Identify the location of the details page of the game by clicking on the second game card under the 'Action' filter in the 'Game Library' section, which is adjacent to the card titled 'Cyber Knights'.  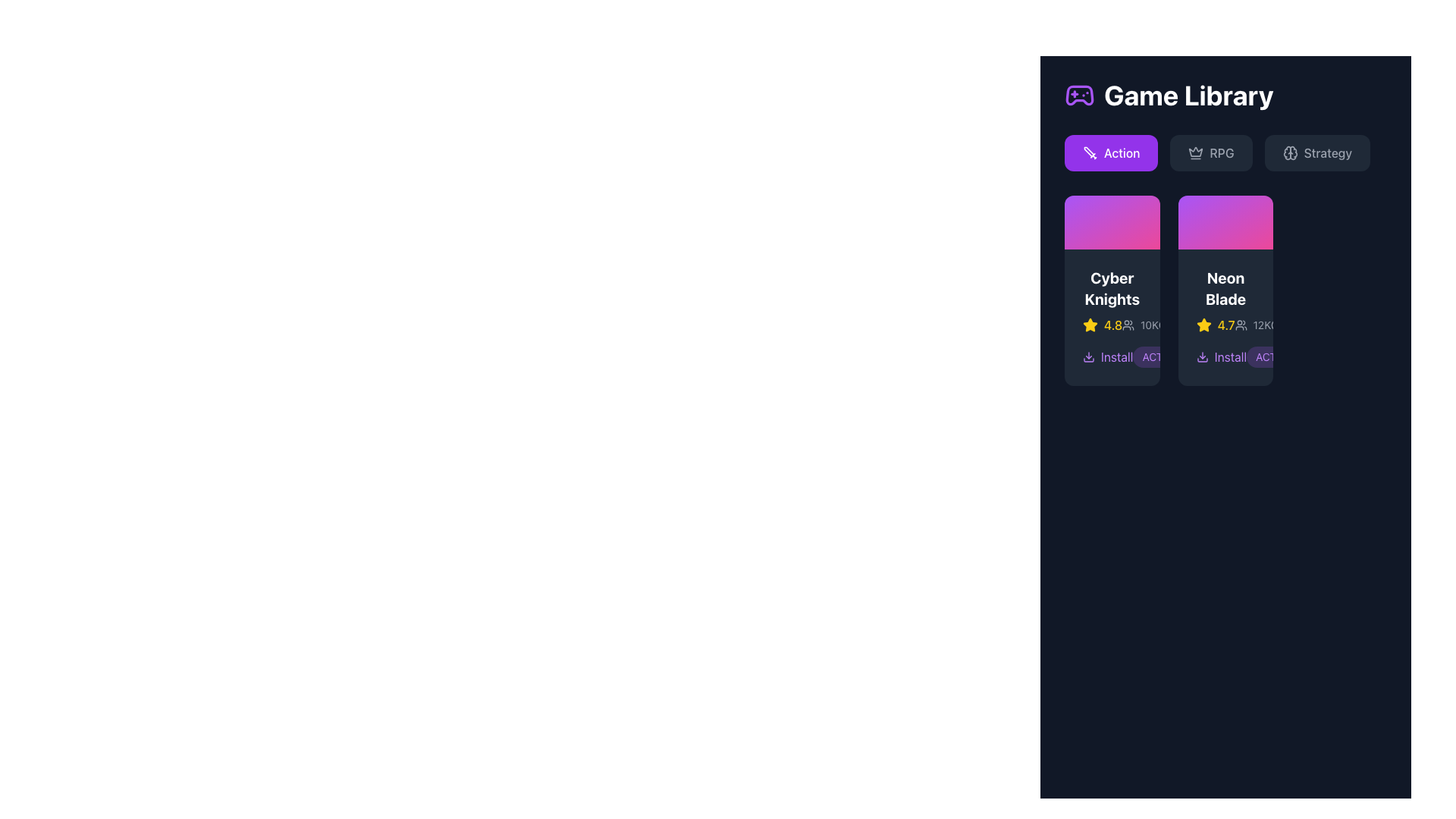
(1225, 316).